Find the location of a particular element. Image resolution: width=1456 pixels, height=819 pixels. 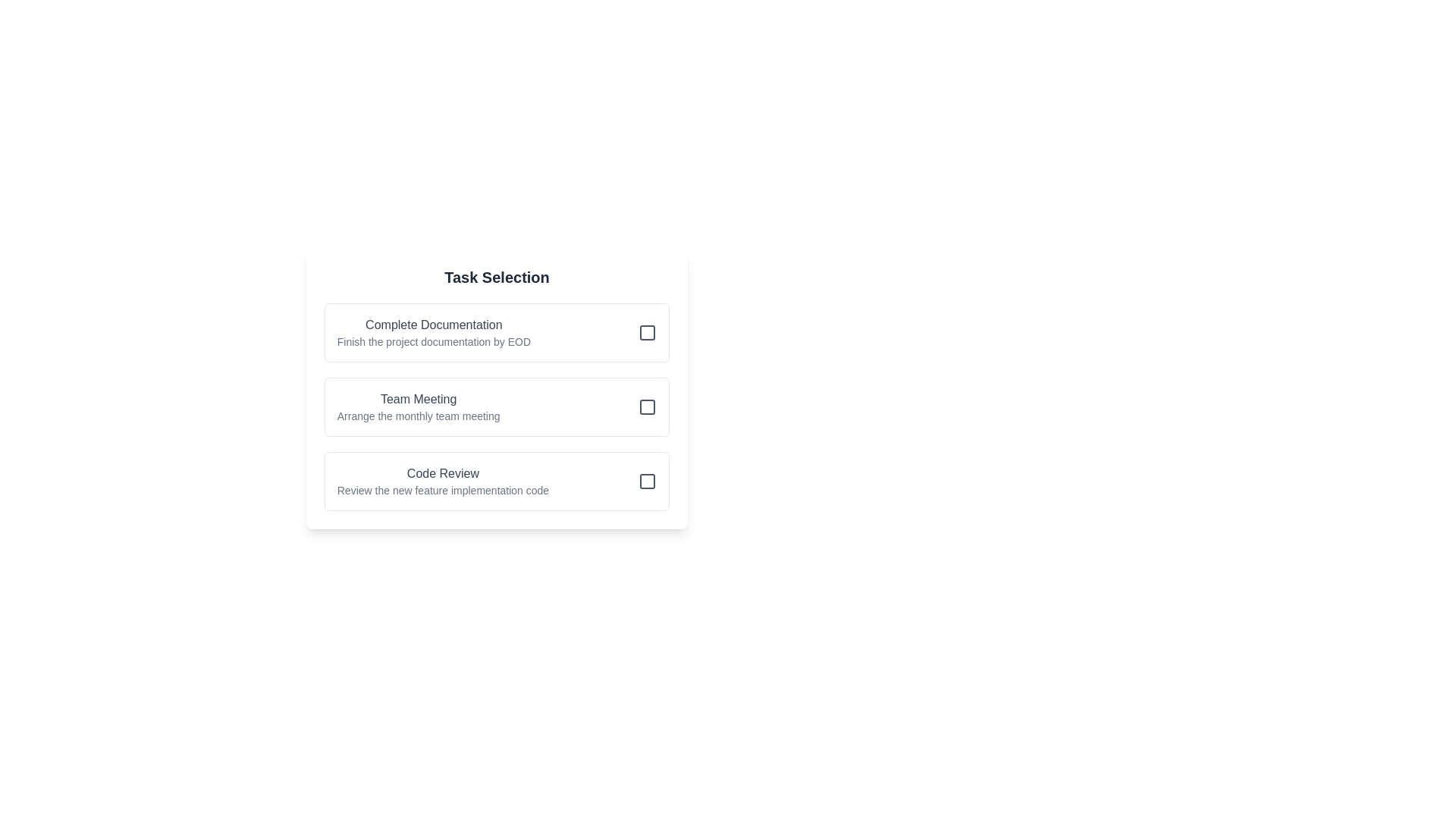

the small square-shaped clickable icon with a gray and blue color scheme located in the top-right corner of the 'Code Review' task card is located at coordinates (648, 482).